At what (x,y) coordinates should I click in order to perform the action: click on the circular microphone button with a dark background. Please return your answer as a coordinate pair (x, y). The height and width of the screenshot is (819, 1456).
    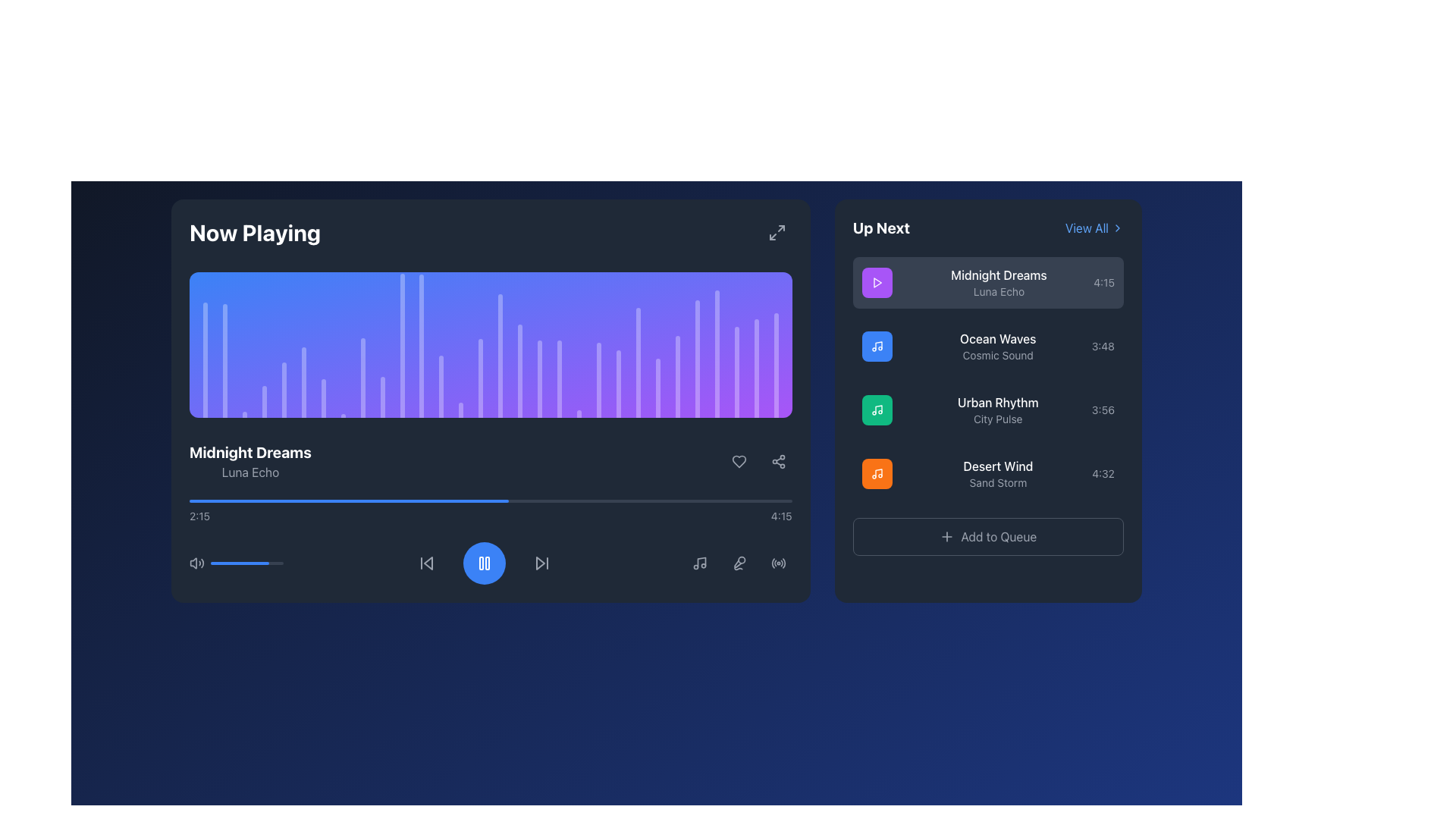
    Looking at the image, I should click on (739, 563).